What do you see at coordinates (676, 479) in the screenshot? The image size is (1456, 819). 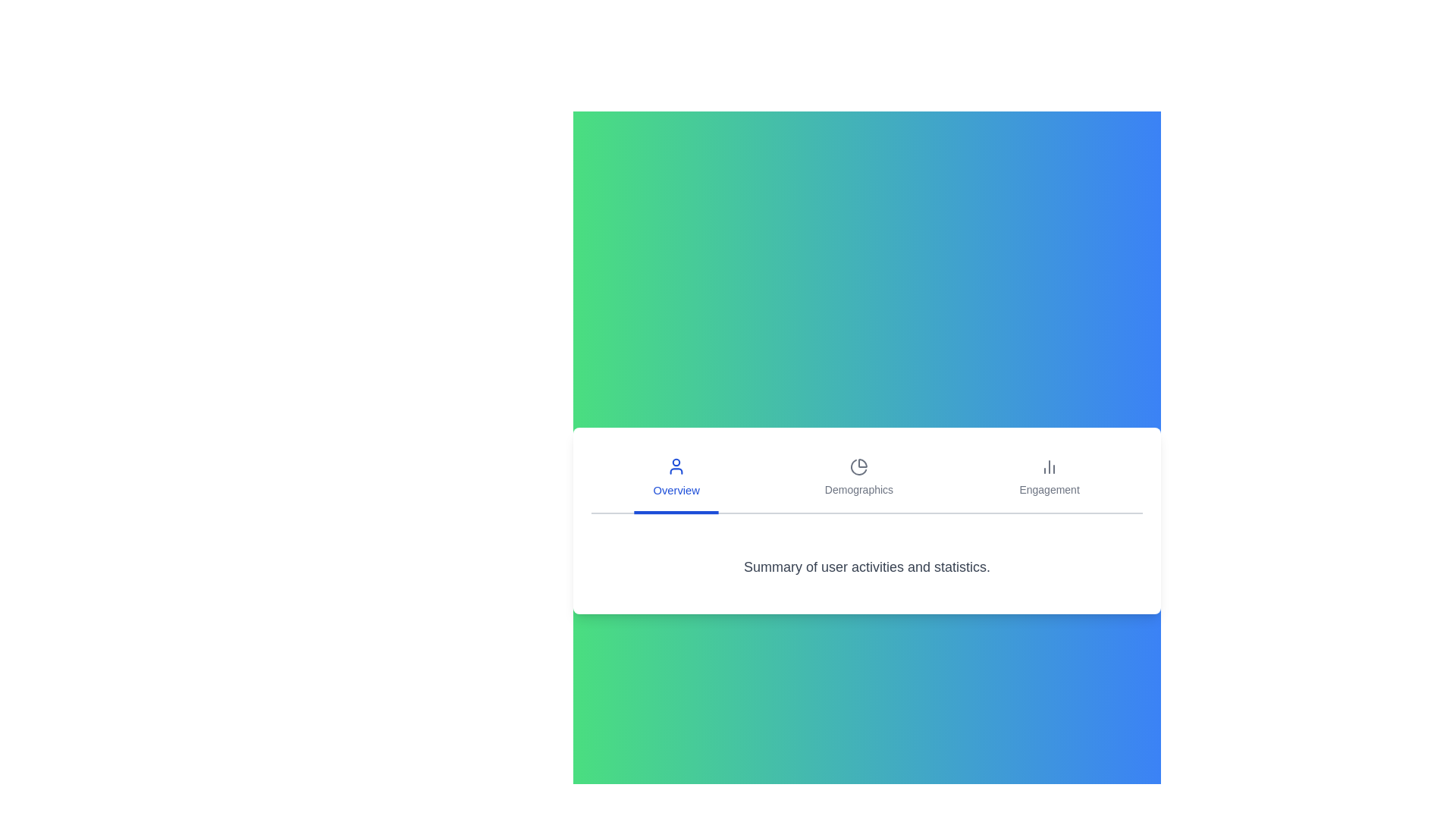 I see `the Overview tab by clicking on its navigation button` at bounding box center [676, 479].